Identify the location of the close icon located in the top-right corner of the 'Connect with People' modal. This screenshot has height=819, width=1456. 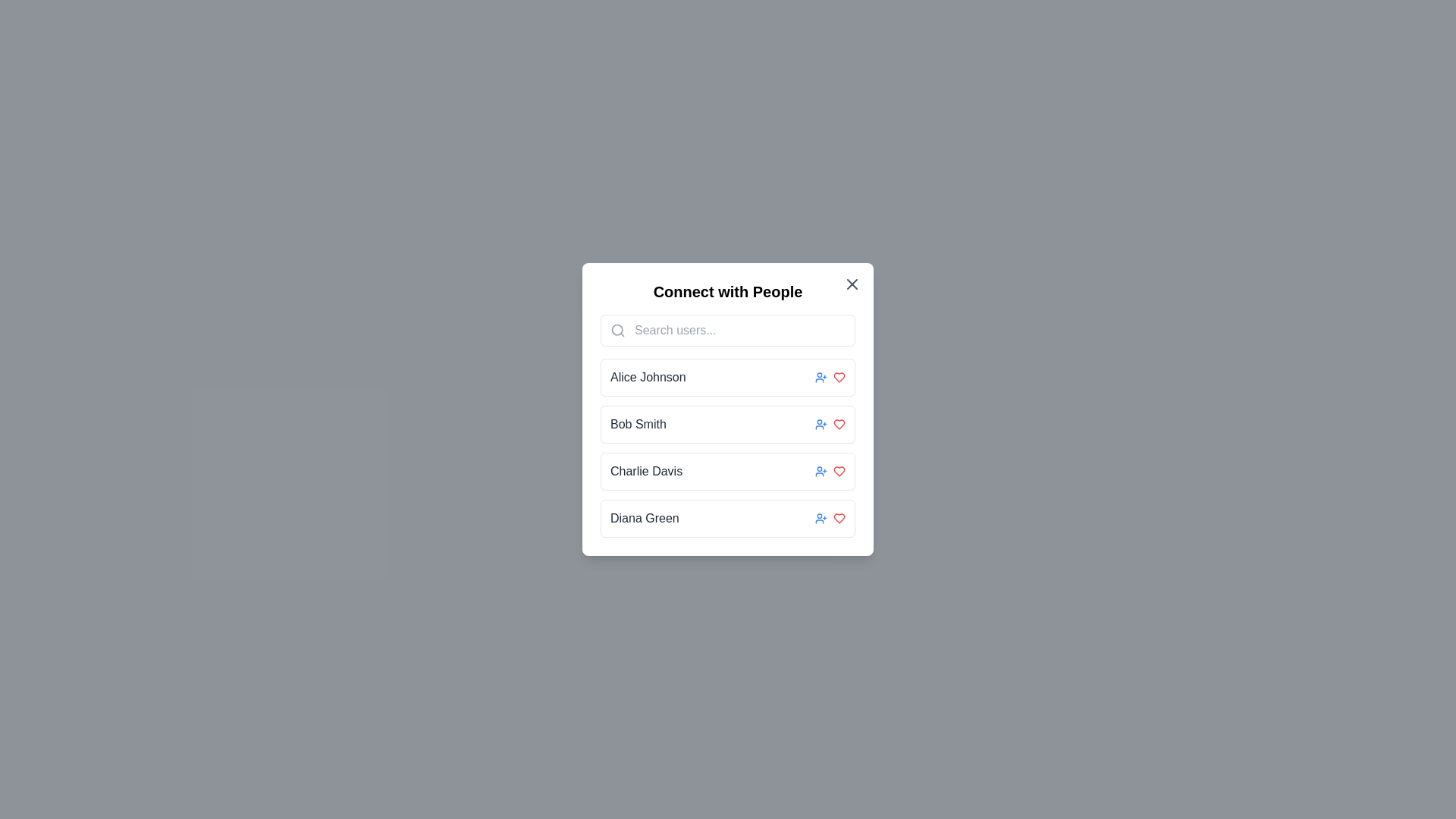
(852, 284).